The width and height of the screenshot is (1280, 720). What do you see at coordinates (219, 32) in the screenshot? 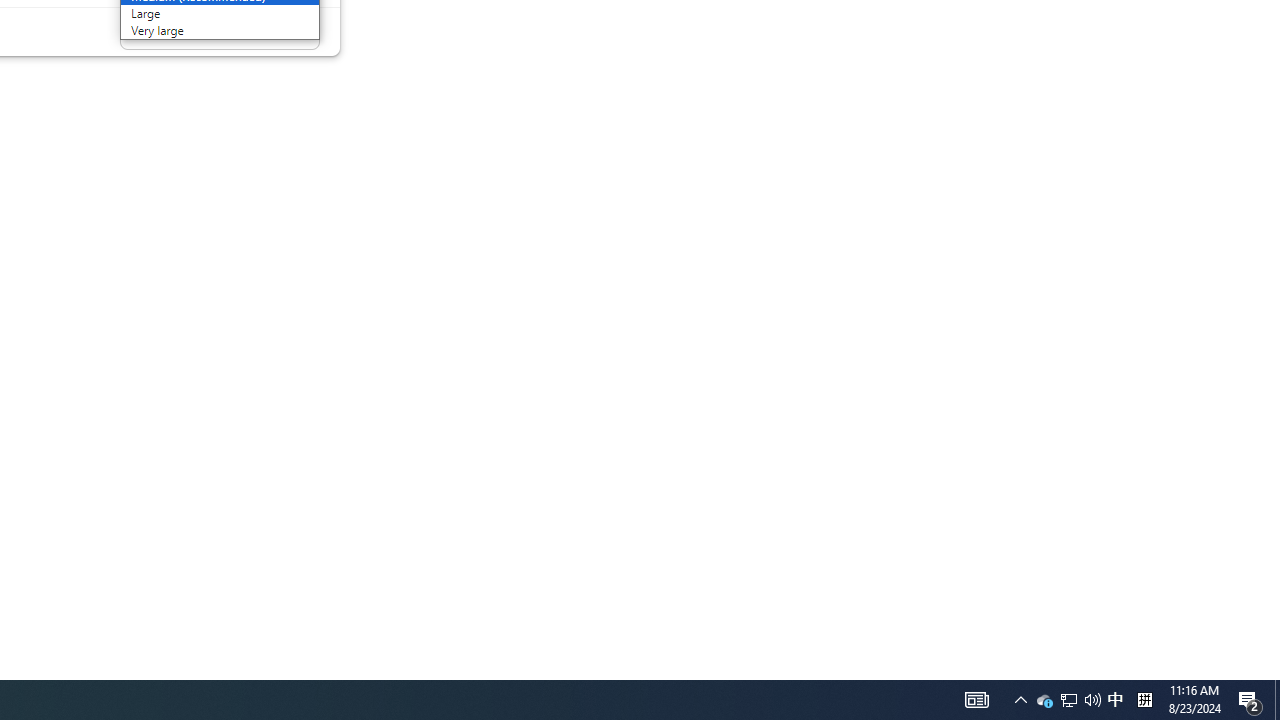
I see `'Page zoom'` at bounding box center [219, 32].